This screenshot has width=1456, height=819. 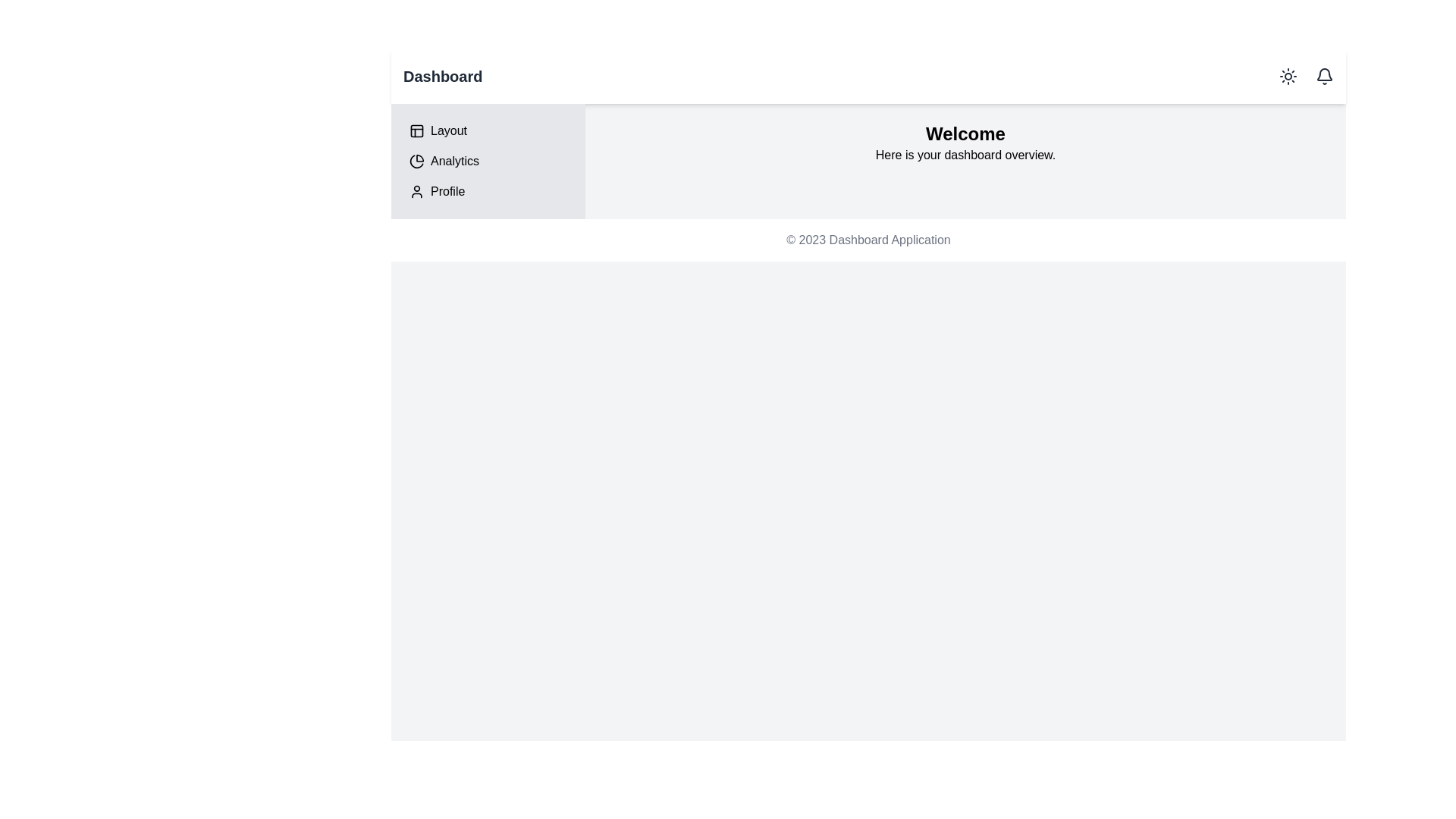 I want to click on the non-interactive graphical shape representing the 'Layout' menu icon located on the top-left panel of the Dashboard interface, so click(x=417, y=130).